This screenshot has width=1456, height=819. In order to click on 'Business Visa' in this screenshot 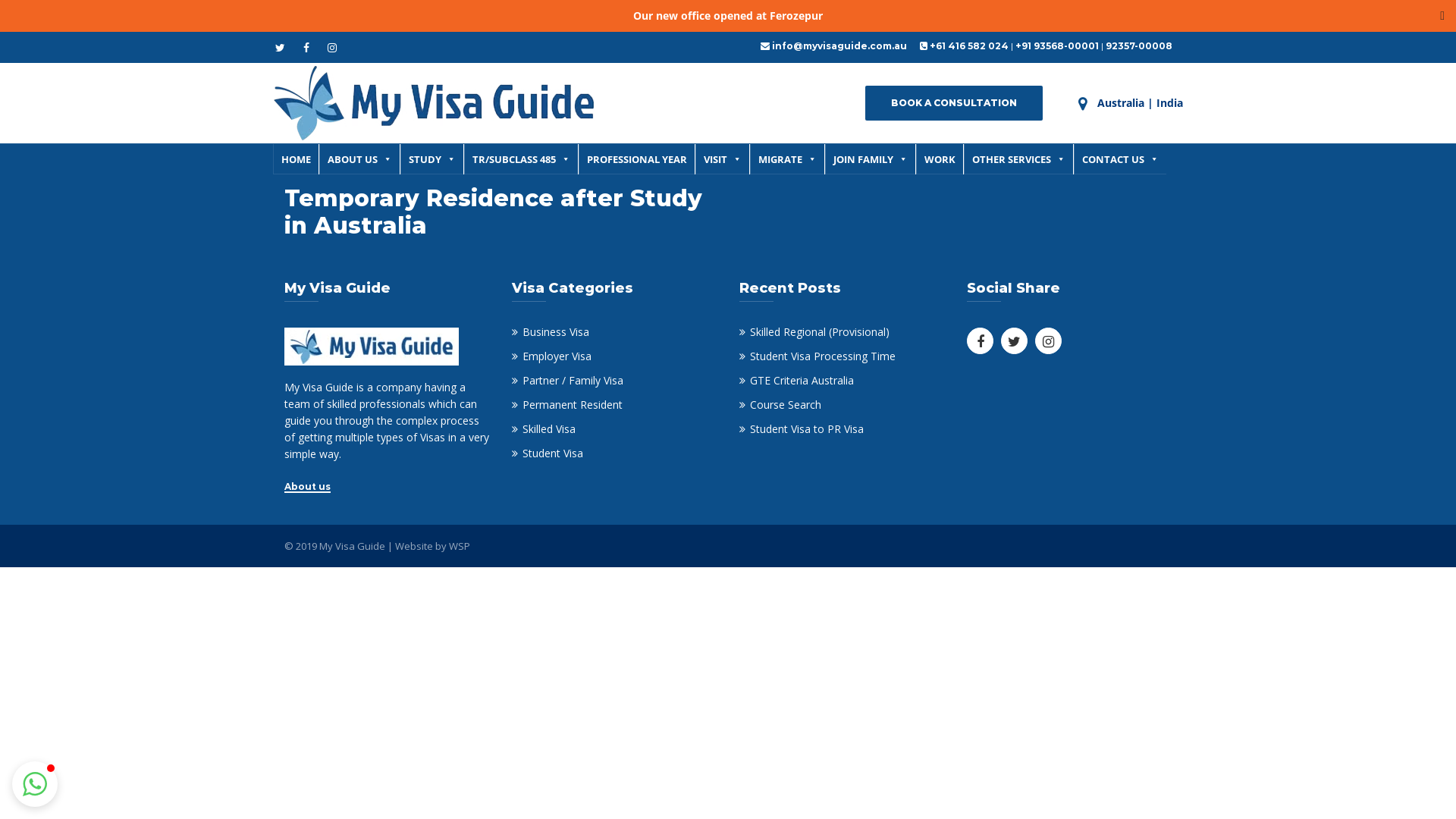, I will do `click(549, 331)`.